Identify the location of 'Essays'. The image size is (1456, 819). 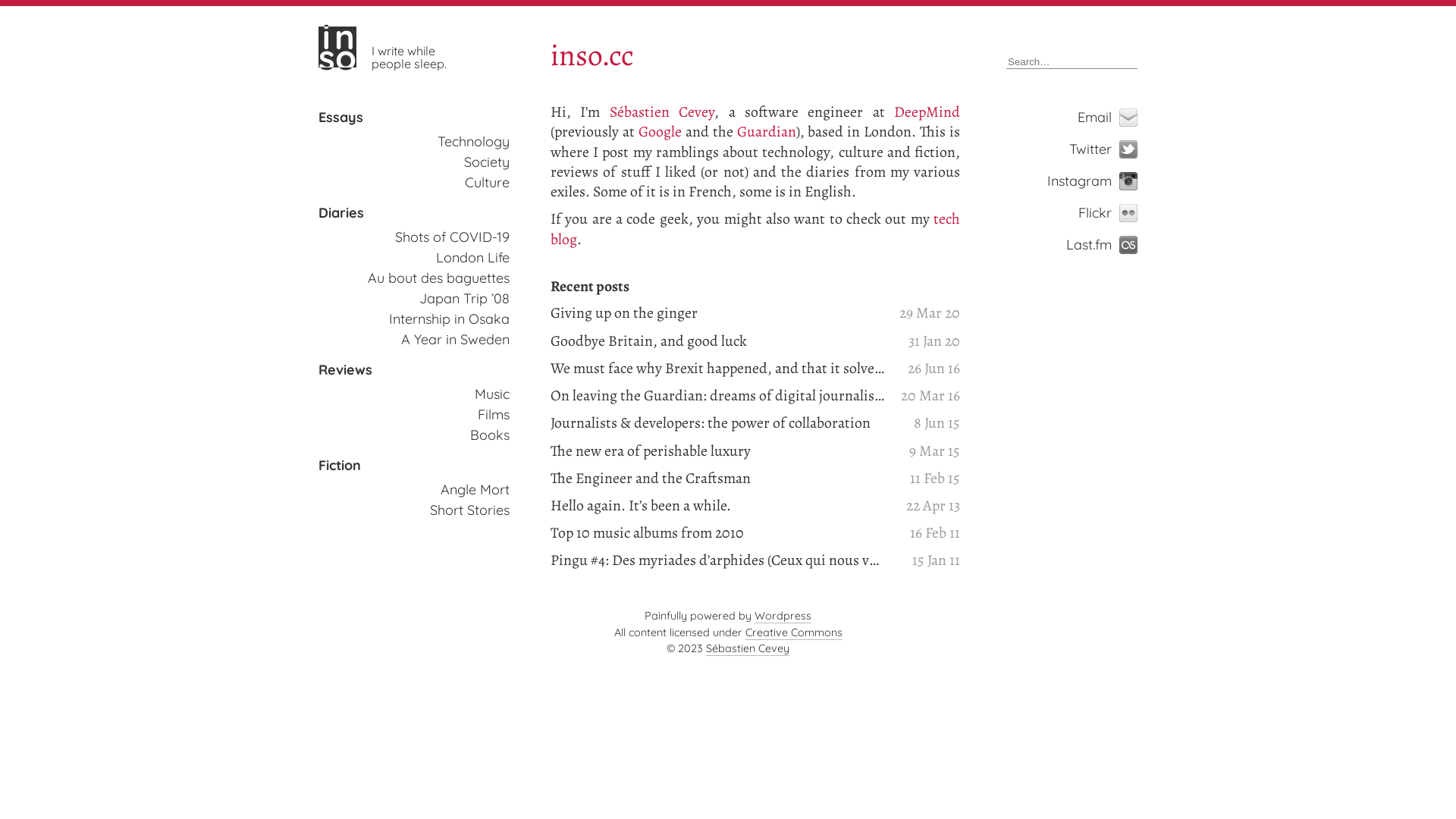
(340, 116).